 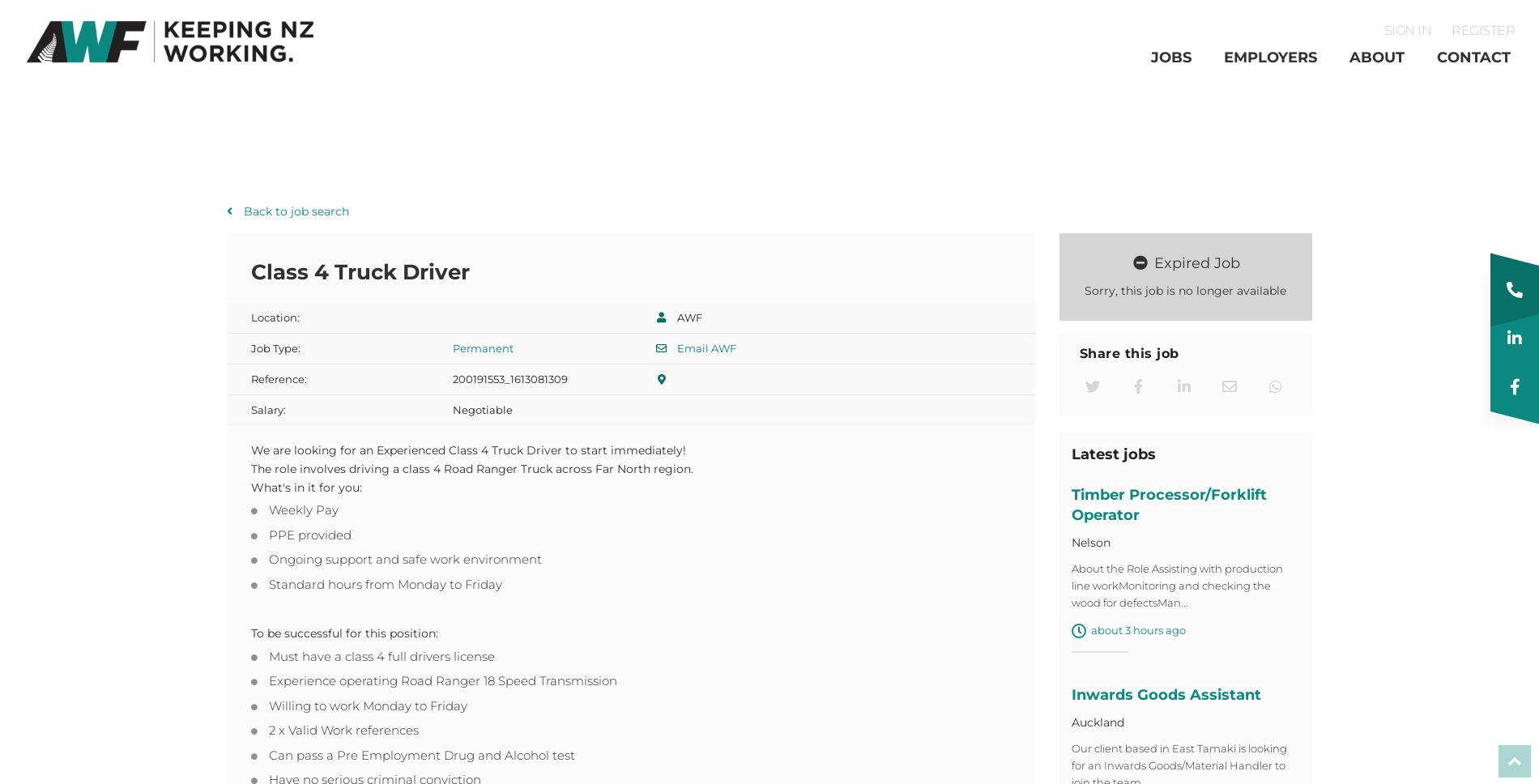 I want to click on 'Class 4 Truck Driver', so click(x=359, y=276).